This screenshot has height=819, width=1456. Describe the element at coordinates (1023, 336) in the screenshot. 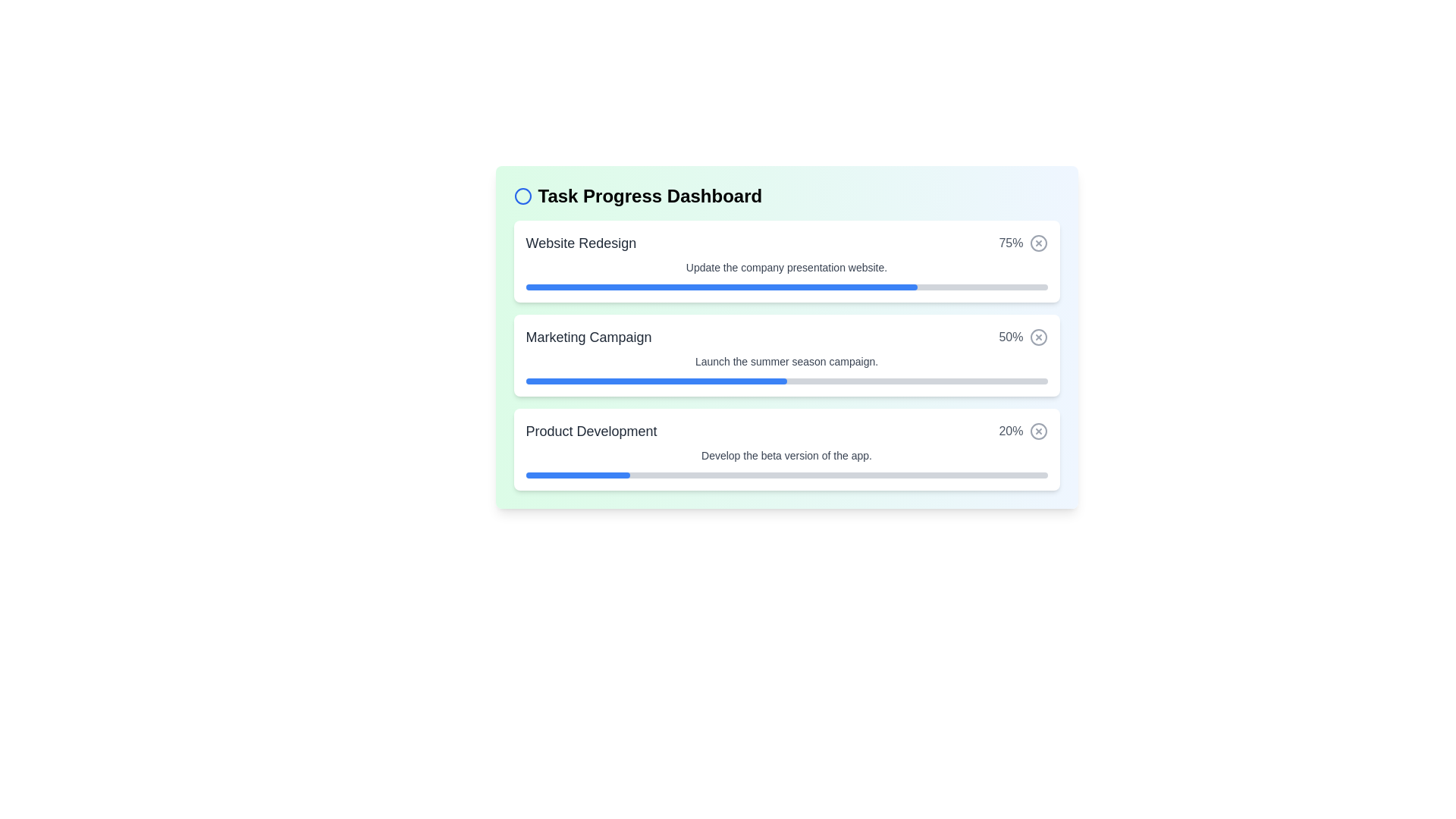

I see `the label displaying '50%' which indicates the progress percentage for the 'Marketing Campaign' task, located in the 'Marketing Campaign' section of the task progress dashboard` at that location.